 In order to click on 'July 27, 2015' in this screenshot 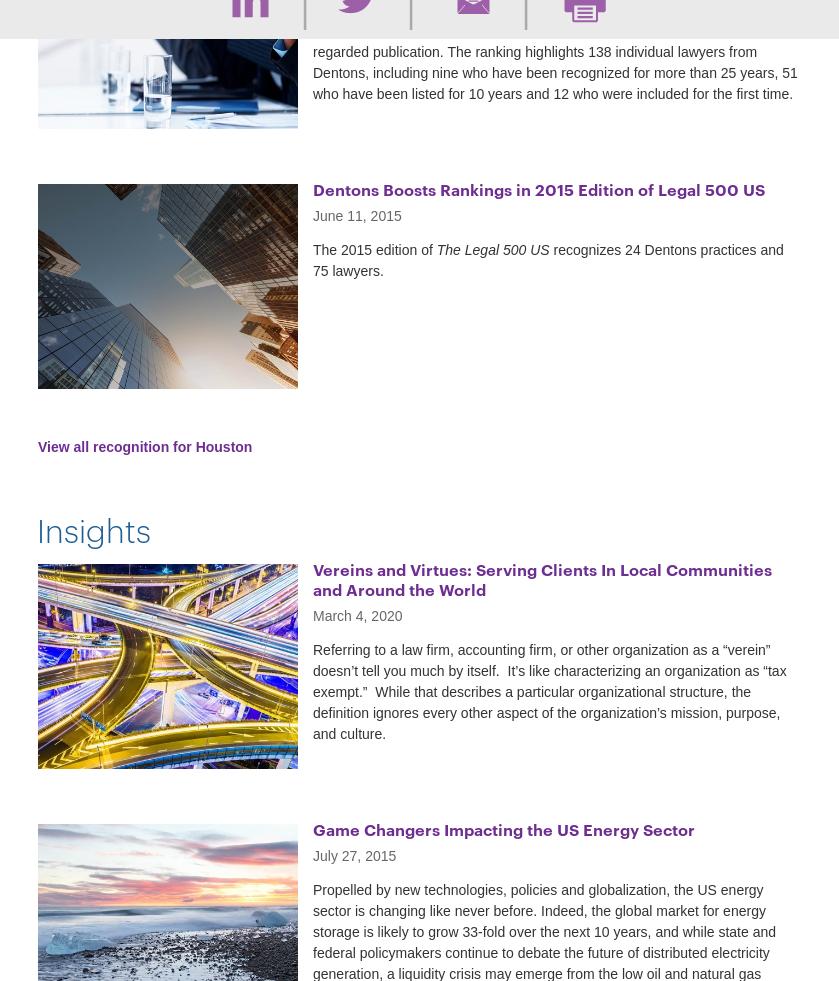, I will do `click(354, 856)`.